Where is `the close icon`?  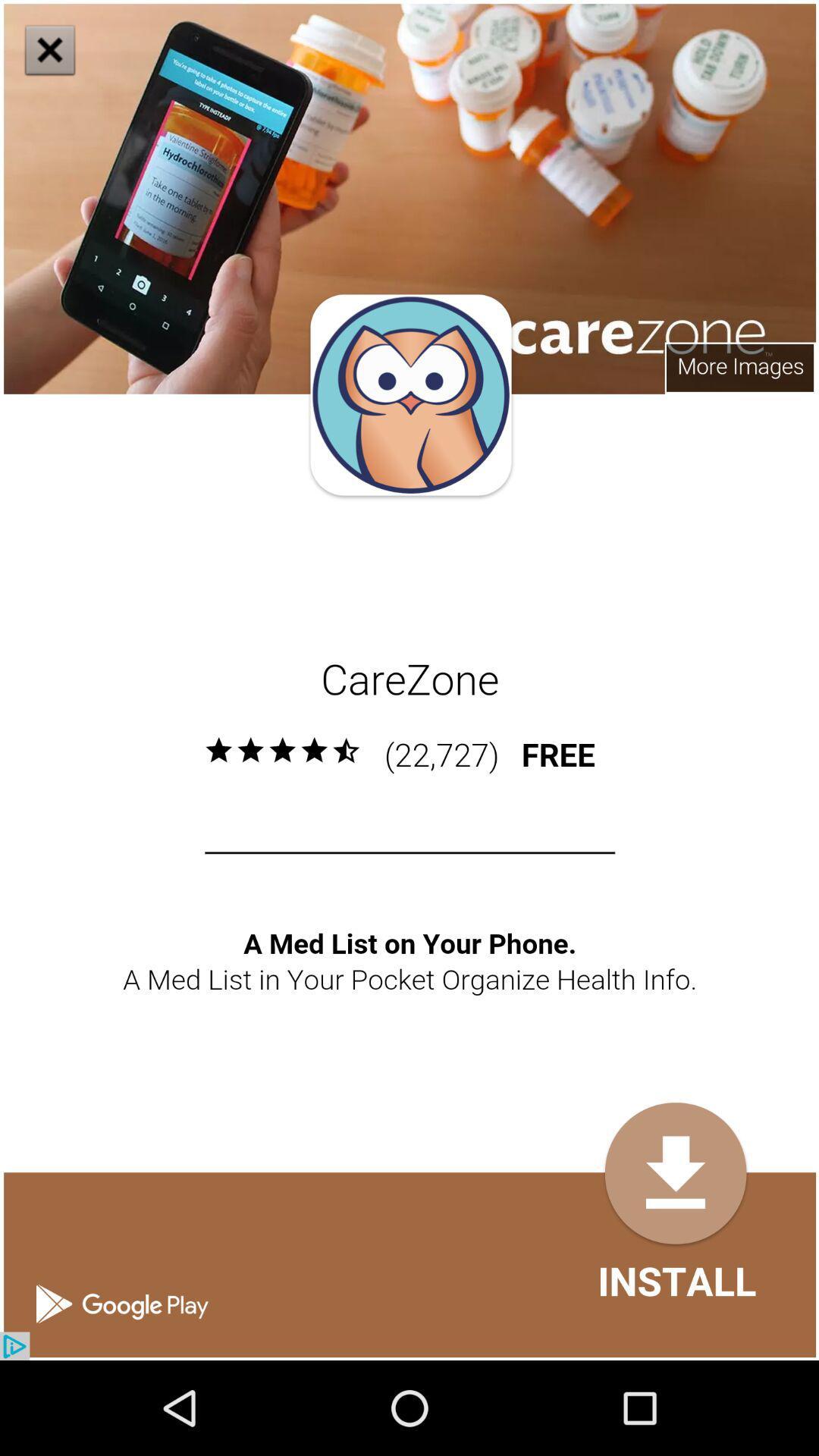
the close icon is located at coordinates (49, 53).